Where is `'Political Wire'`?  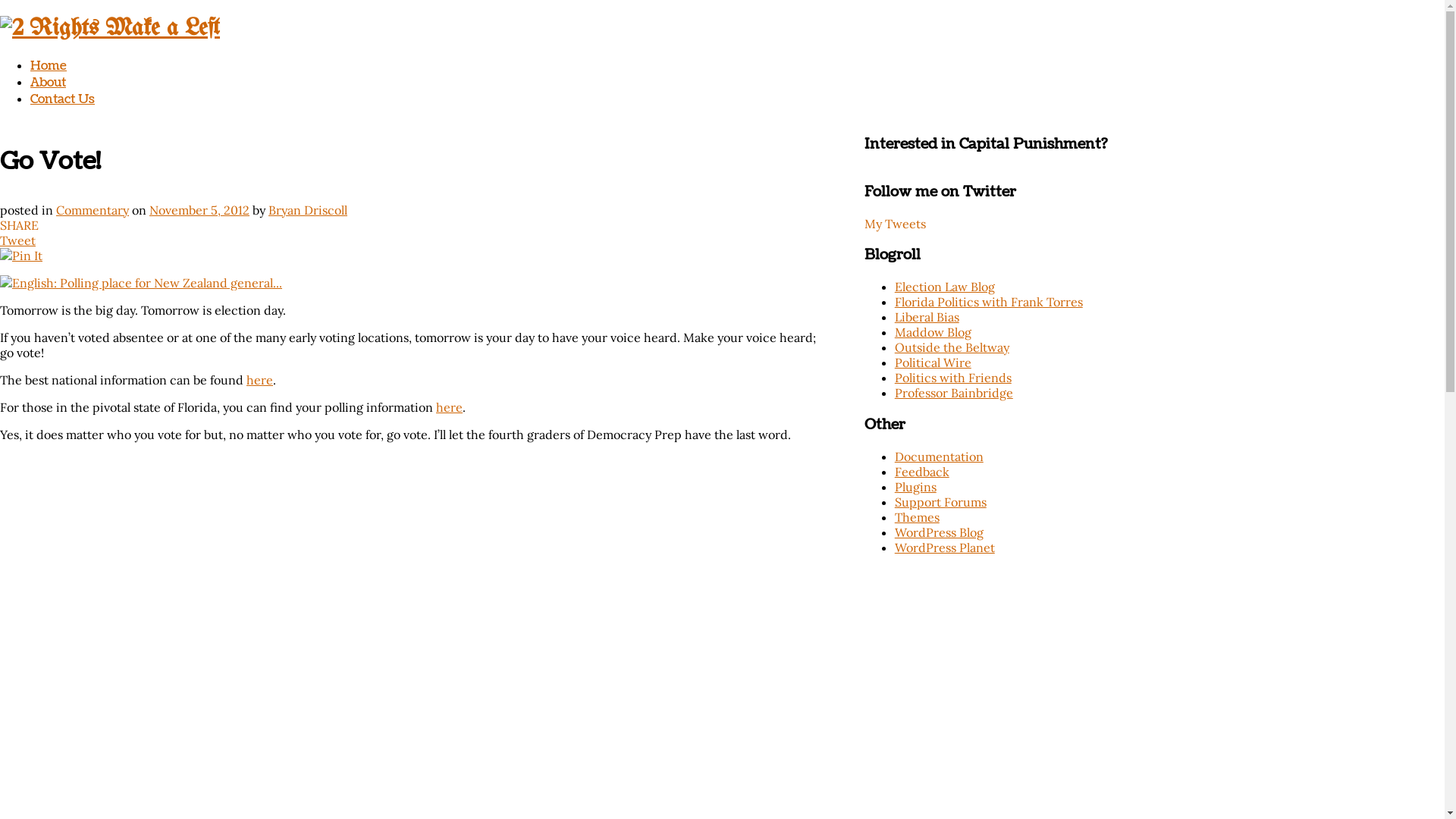 'Political Wire' is located at coordinates (932, 362).